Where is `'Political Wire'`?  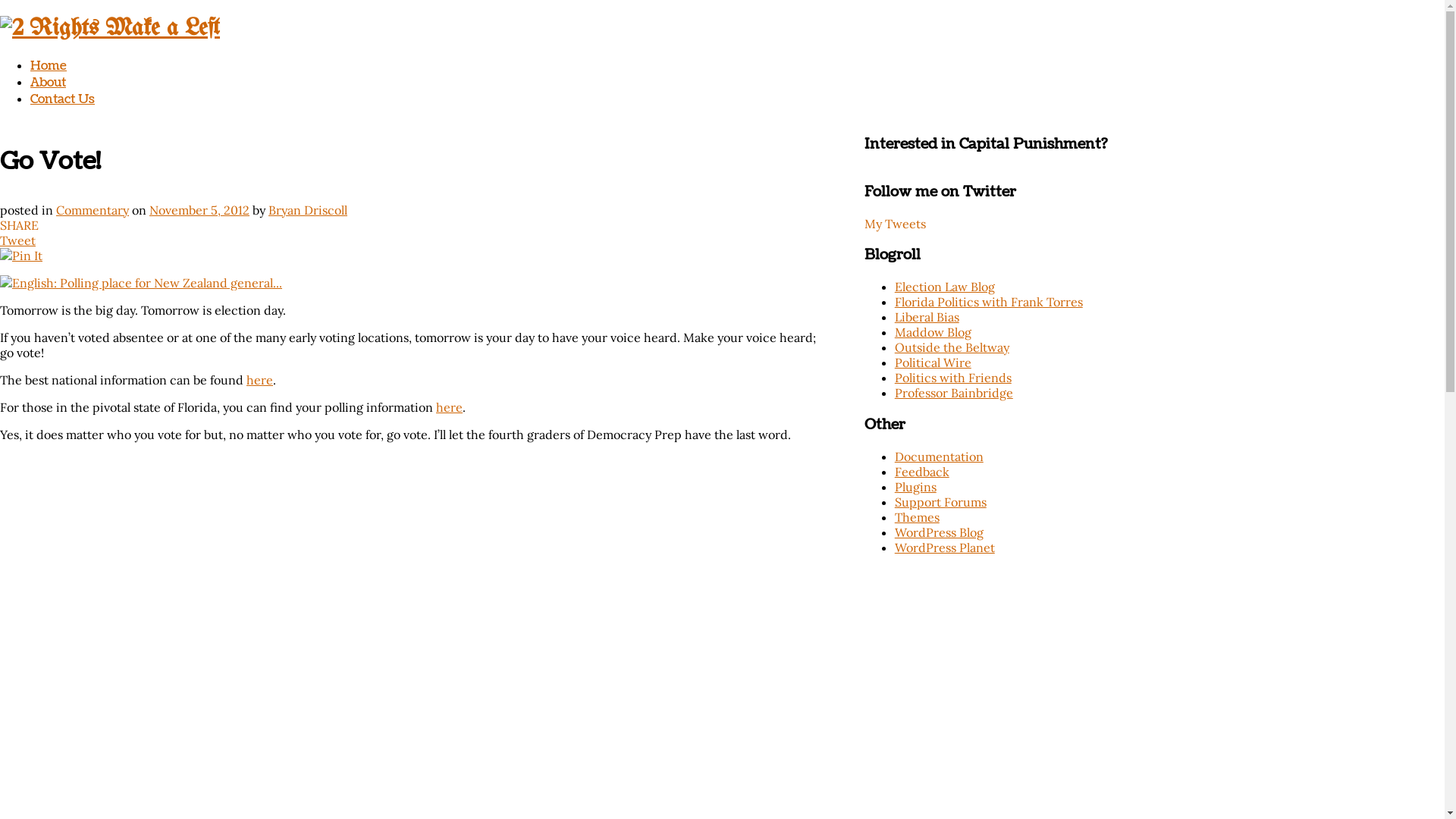 'Political Wire' is located at coordinates (932, 362).